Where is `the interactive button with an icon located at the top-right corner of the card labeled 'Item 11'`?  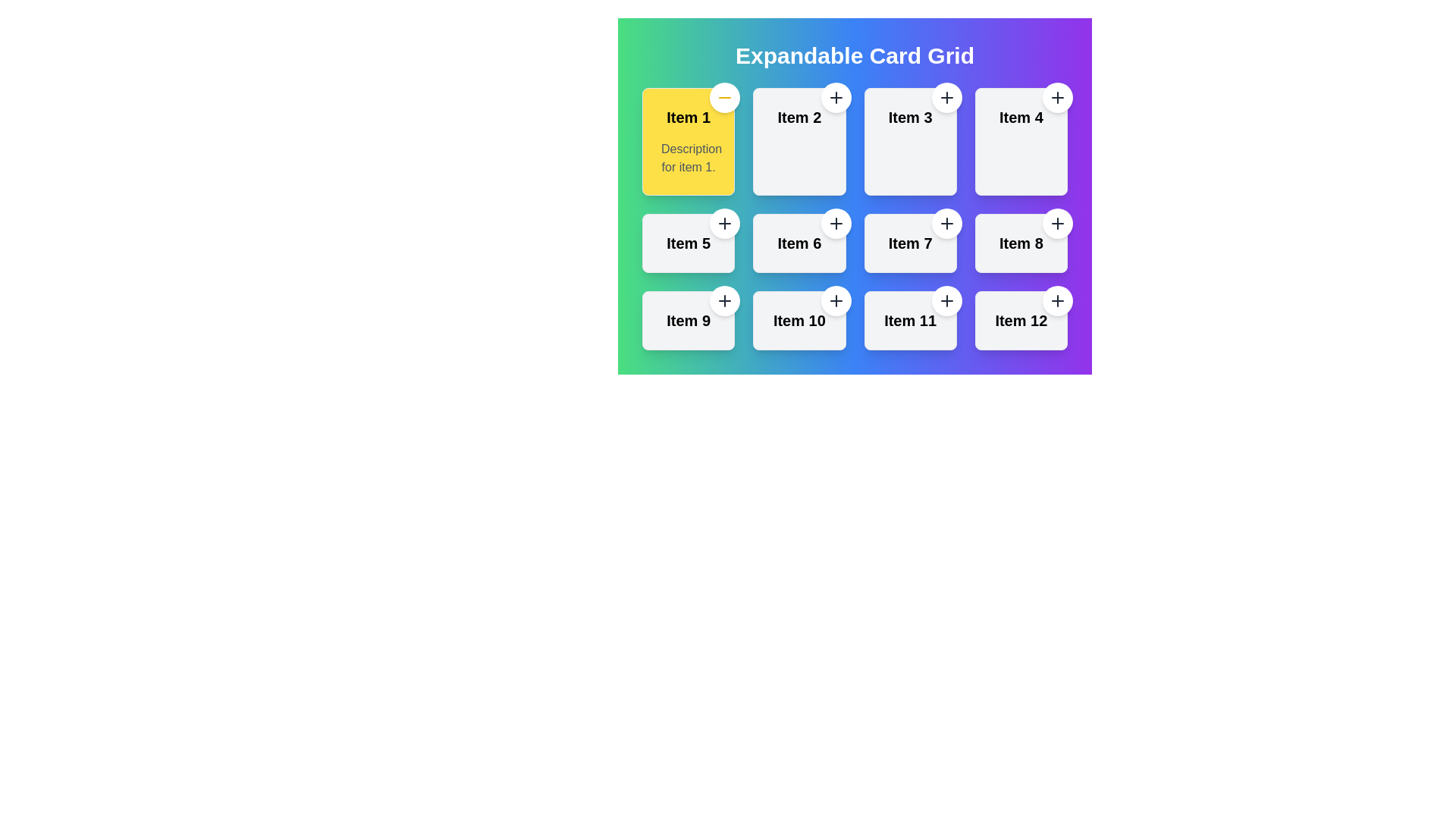 the interactive button with an icon located at the top-right corner of the card labeled 'Item 11' is located at coordinates (946, 301).